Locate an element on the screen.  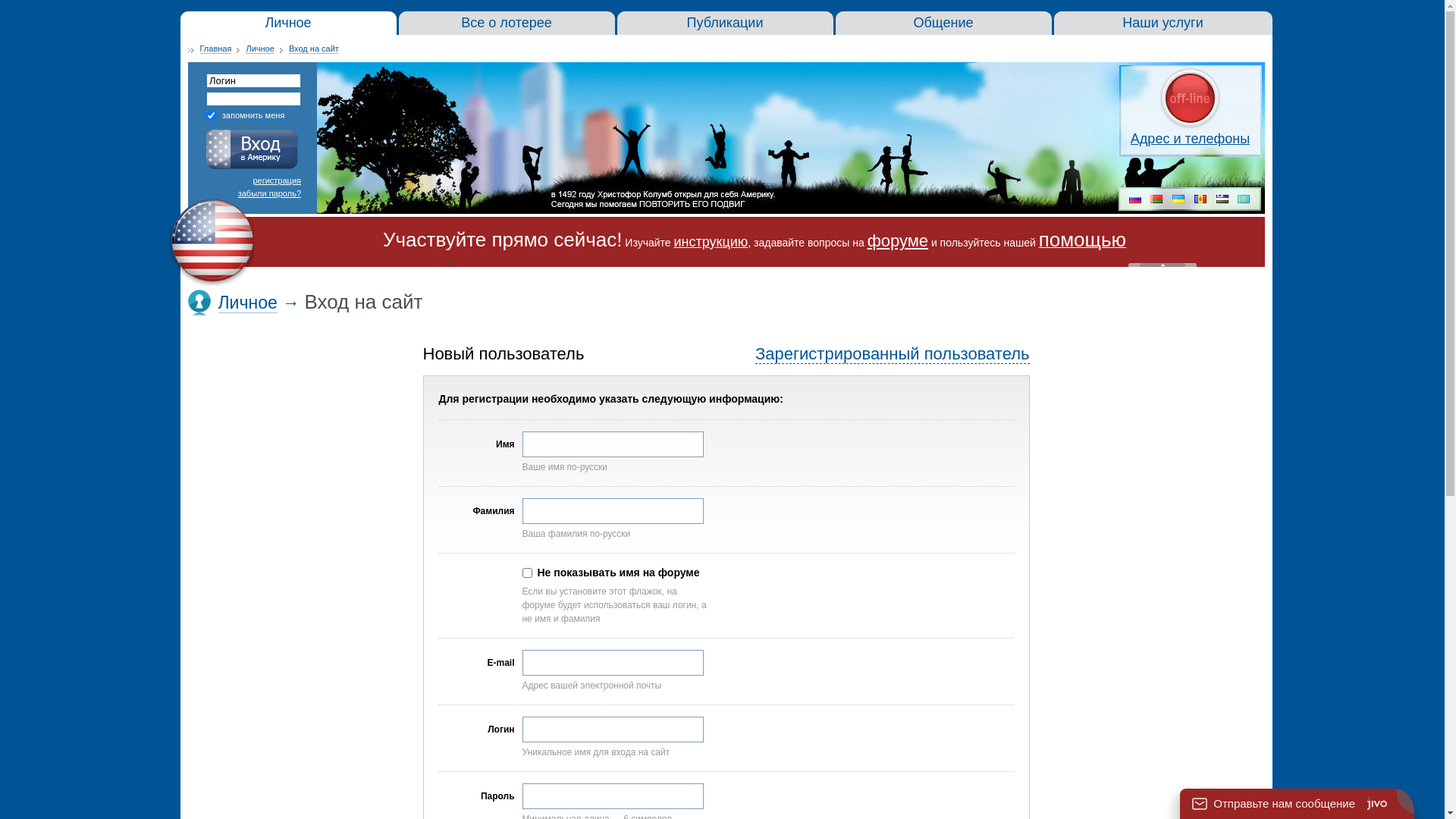
'ru' is located at coordinates (1135, 199).